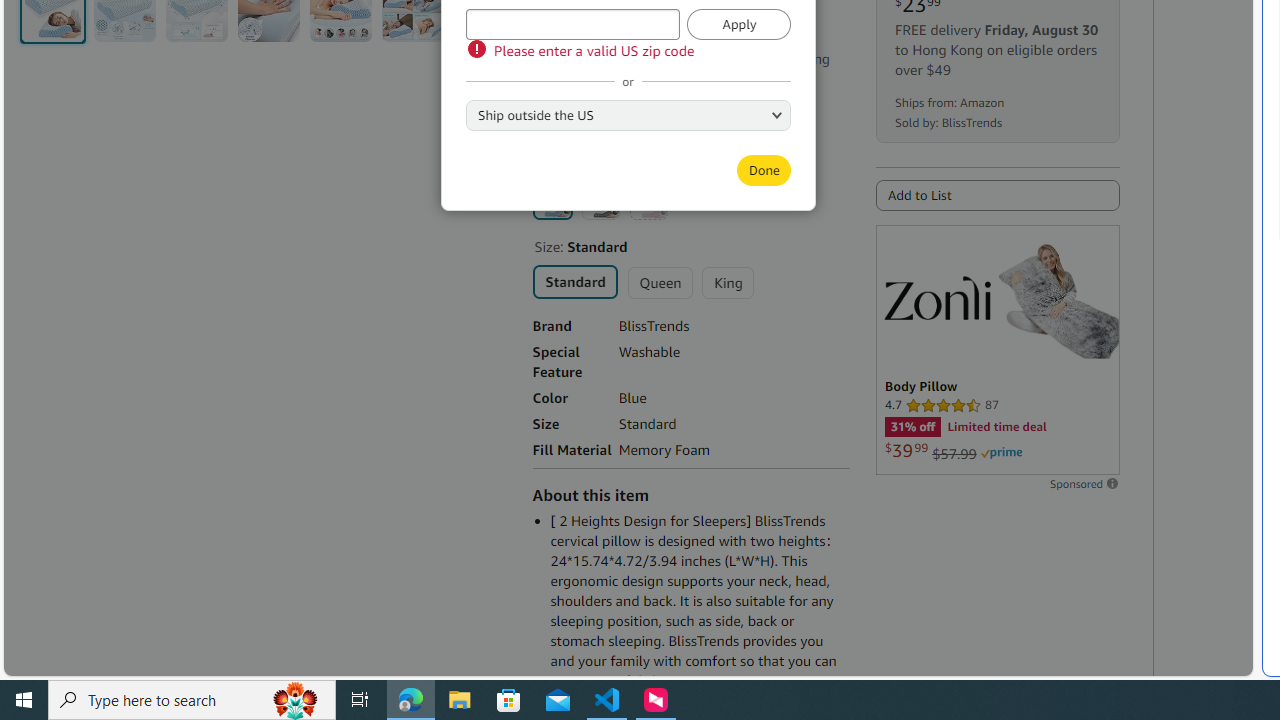 This screenshot has height=720, width=1280. What do you see at coordinates (997, 348) in the screenshot?
I see `'Sponsored ad'` at bounding box center [997, 348].